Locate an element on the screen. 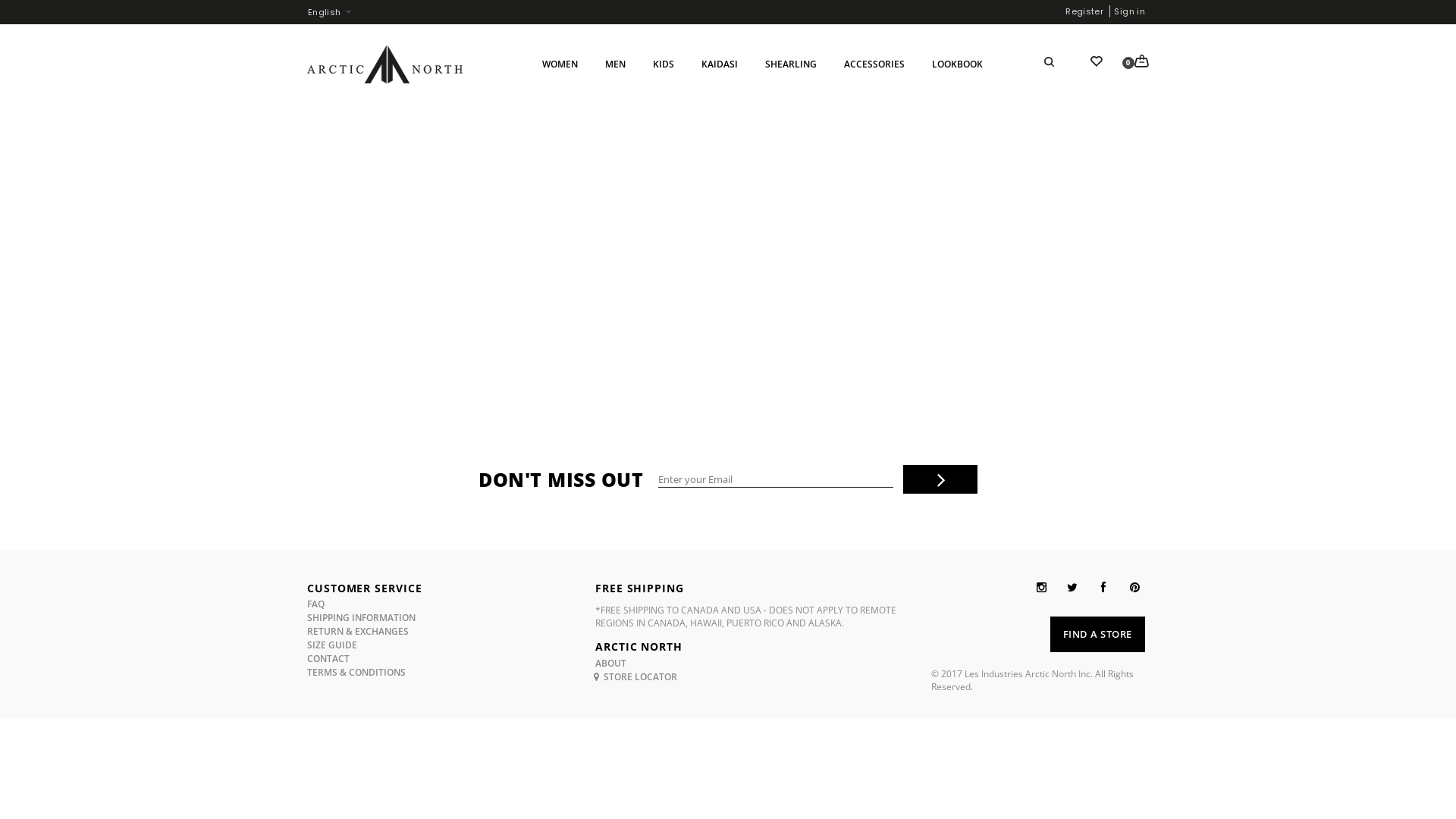  'FAQ' is located at coordinates (306, 603).